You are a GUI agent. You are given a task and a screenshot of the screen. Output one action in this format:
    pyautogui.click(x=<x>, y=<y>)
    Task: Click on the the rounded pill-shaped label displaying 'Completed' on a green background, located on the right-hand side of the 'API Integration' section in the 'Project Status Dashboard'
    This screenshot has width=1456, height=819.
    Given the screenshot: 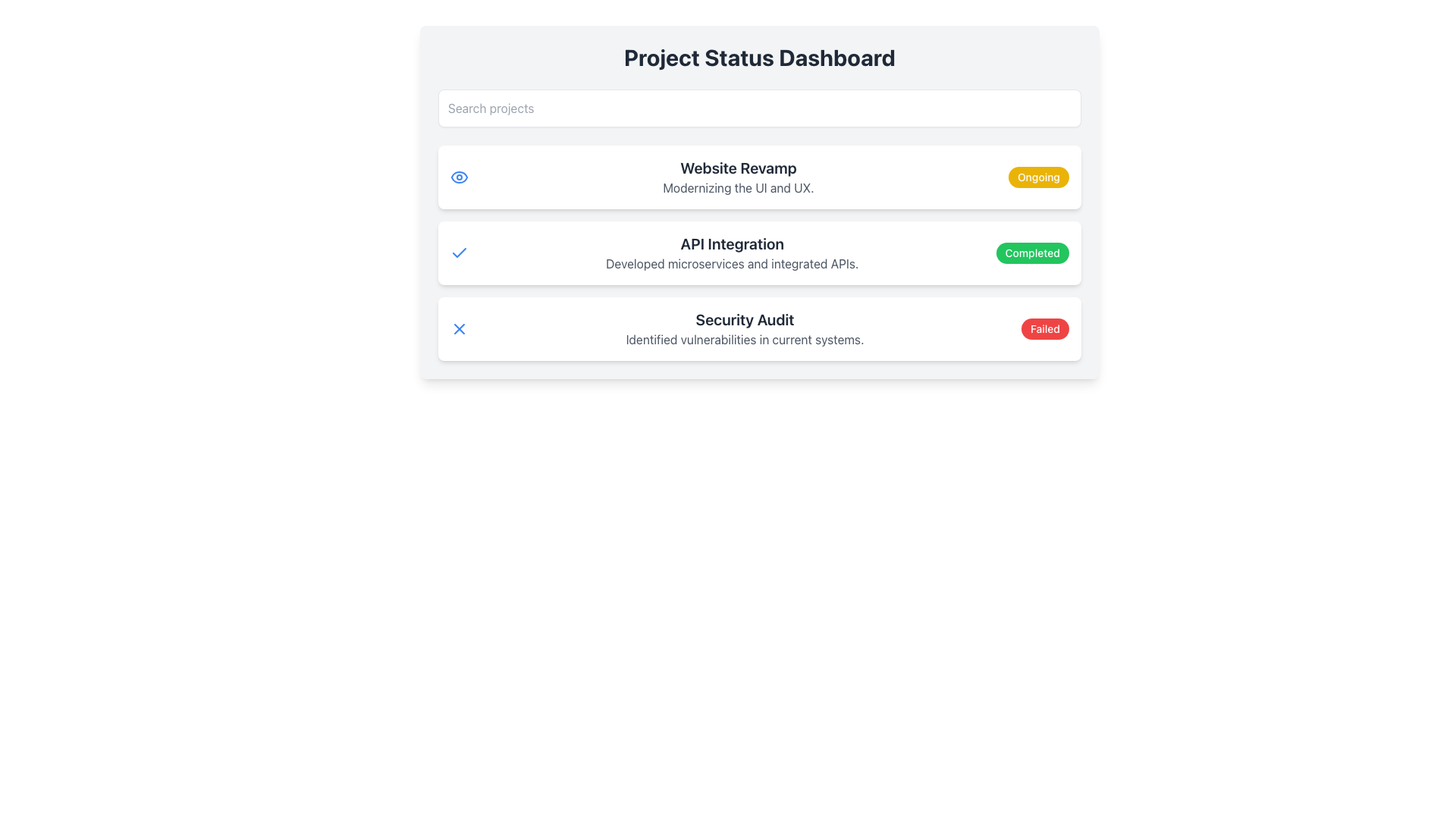 What is the action you would take?
    pyautogui.click(x=1031, y=253)
    